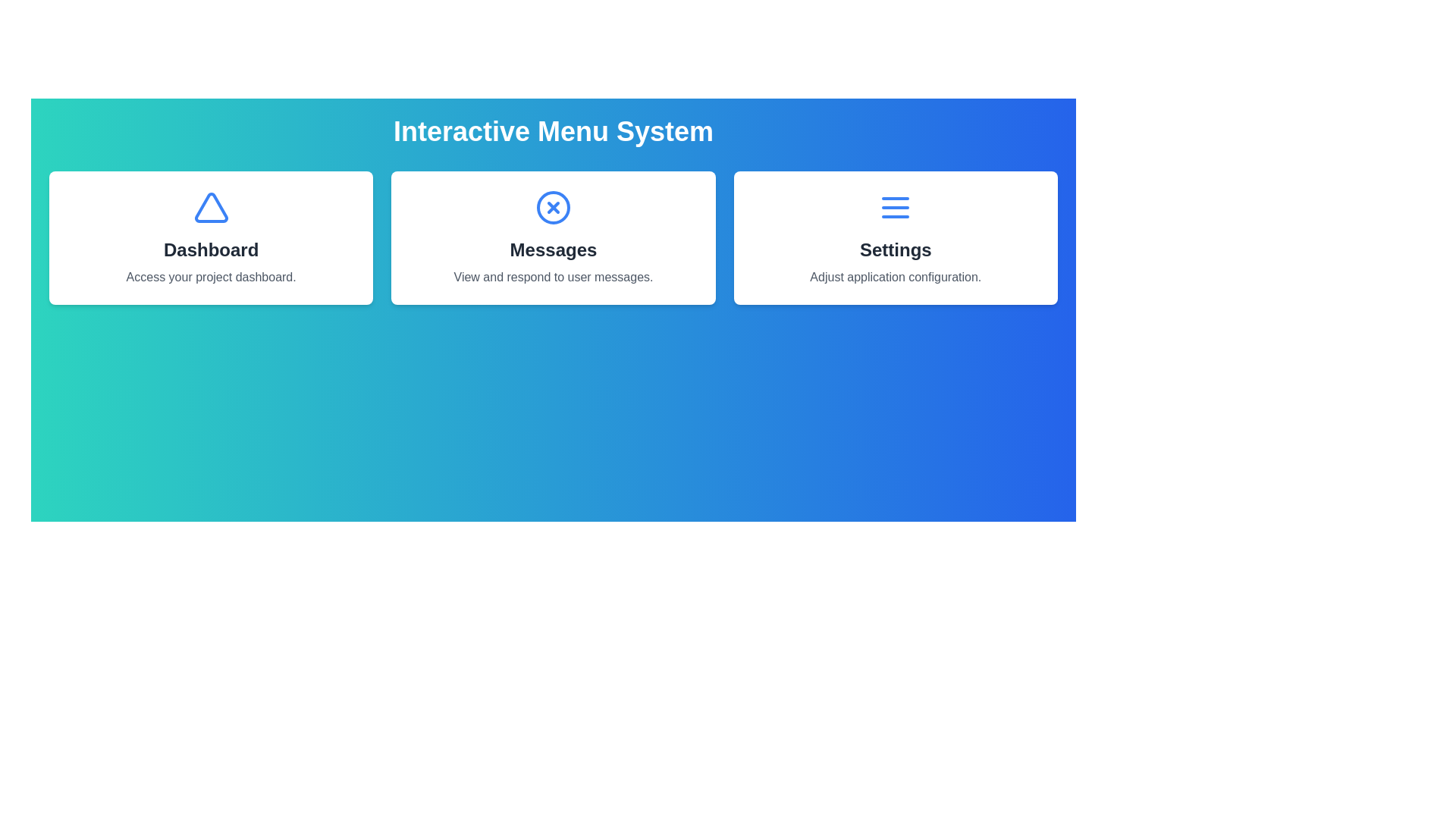 This screenshot has height=819, width=1456. What do you see at coordinates (896, 207) in the screenshot?
I see `the settings toggle icon located in the top section of the 'Settings' card, which is horizontally centered and positioned in the rightmost area of a three-card layout` at bounding box center [896, 207].